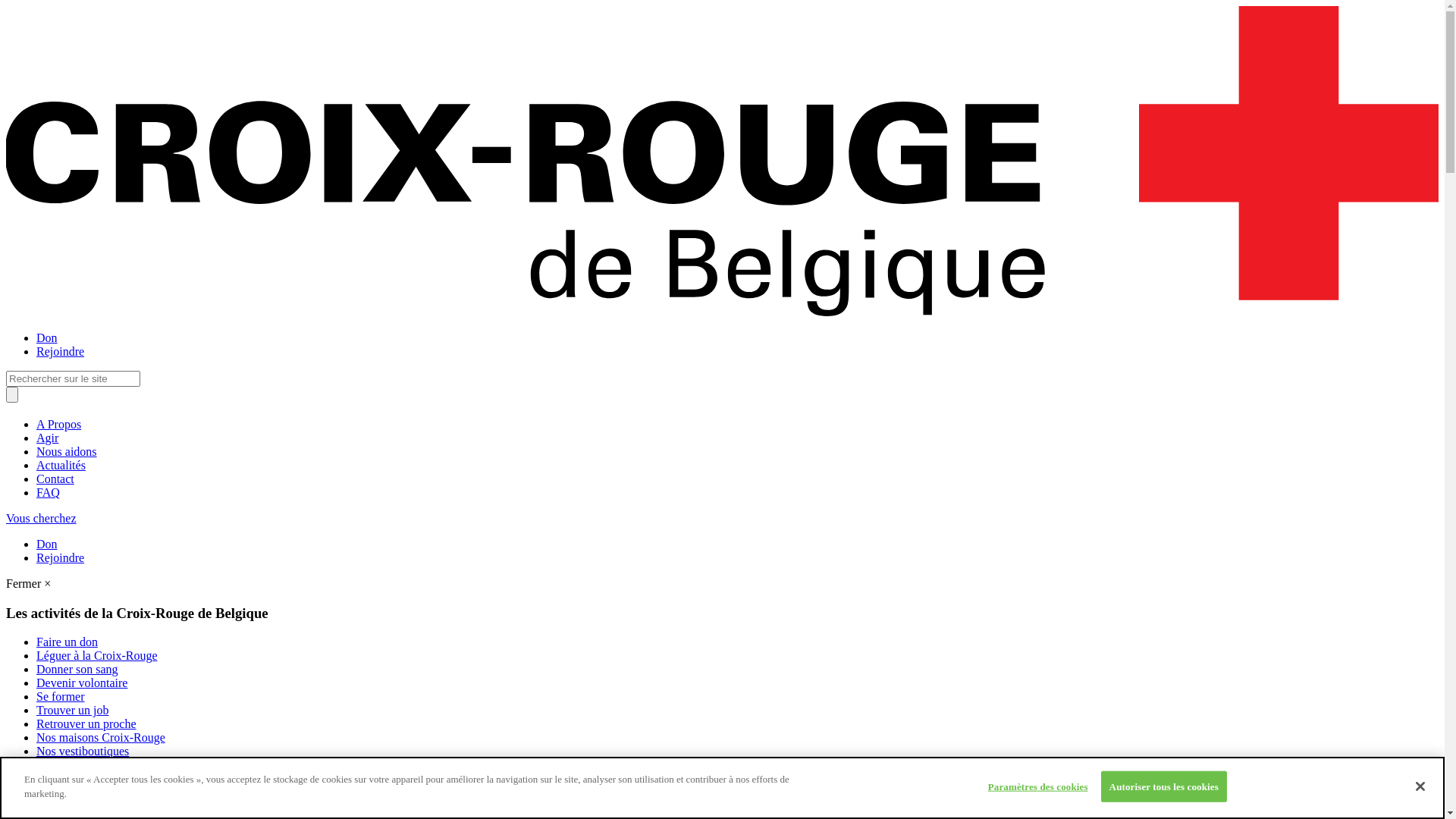  I want to click on 'Devenir volontaire', so click(80, 682).